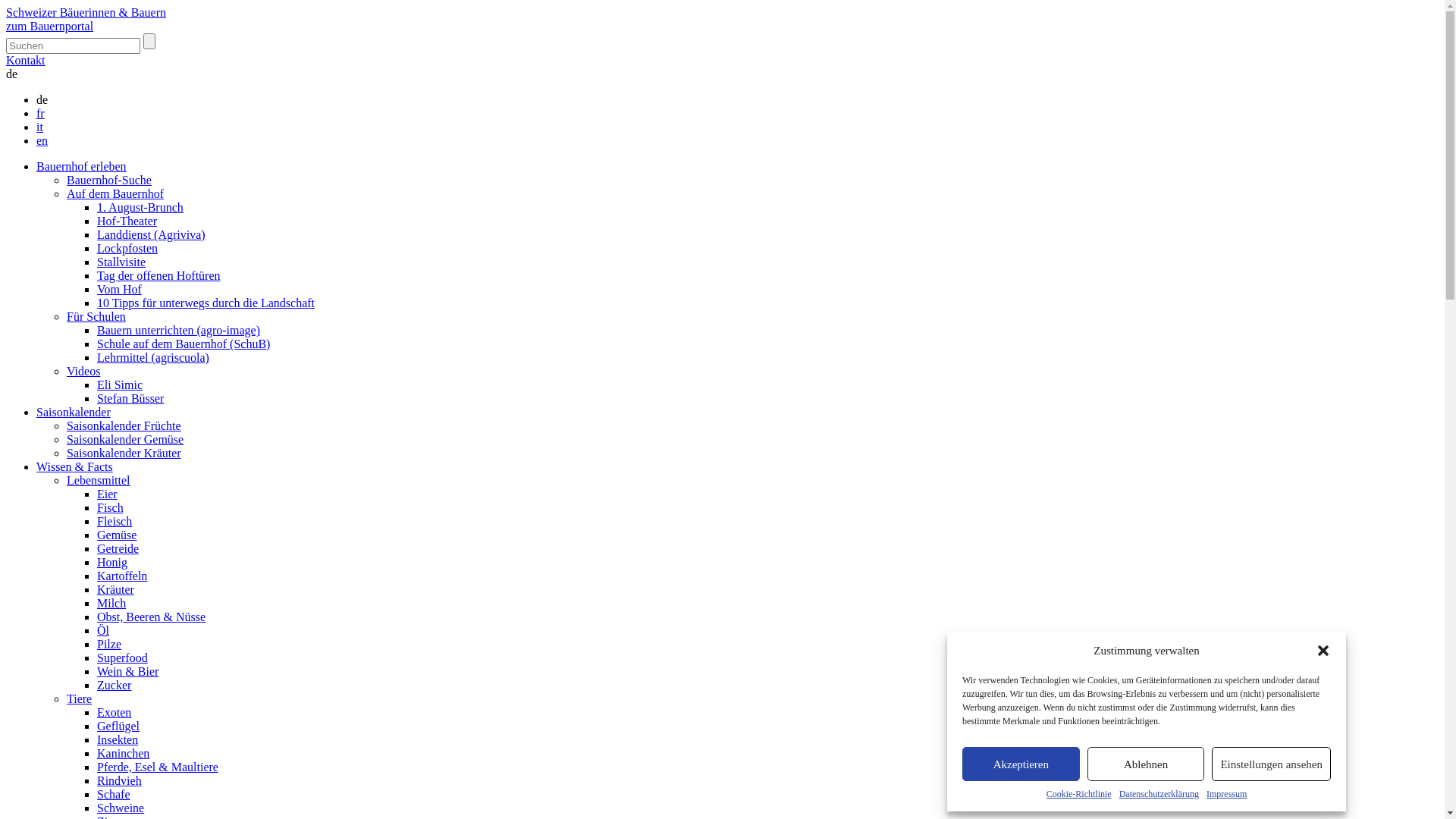  Describe the element at coordinates (111, 562) in the screenshot. I see `'Honig'` at that location.